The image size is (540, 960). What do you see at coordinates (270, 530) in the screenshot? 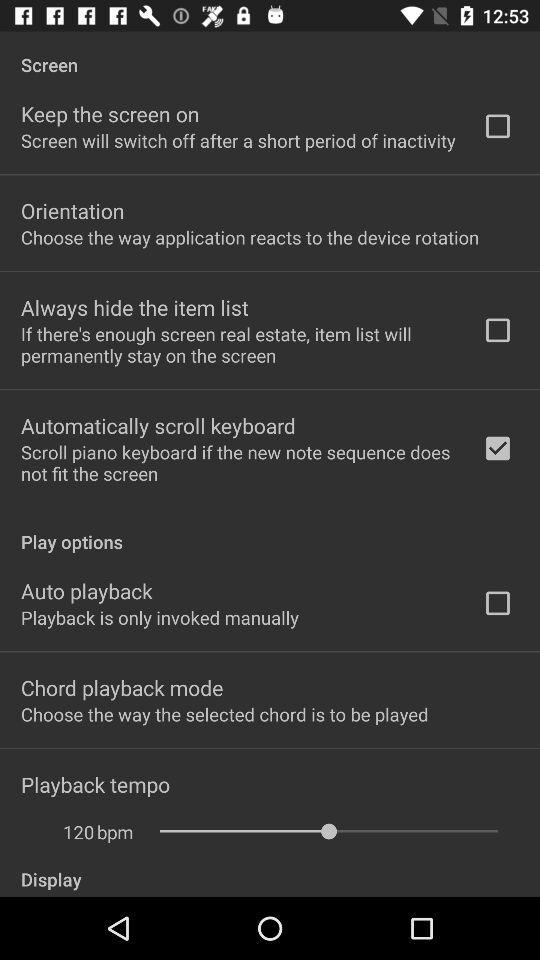
I see `the play options app` at bounding box center [270, 530].